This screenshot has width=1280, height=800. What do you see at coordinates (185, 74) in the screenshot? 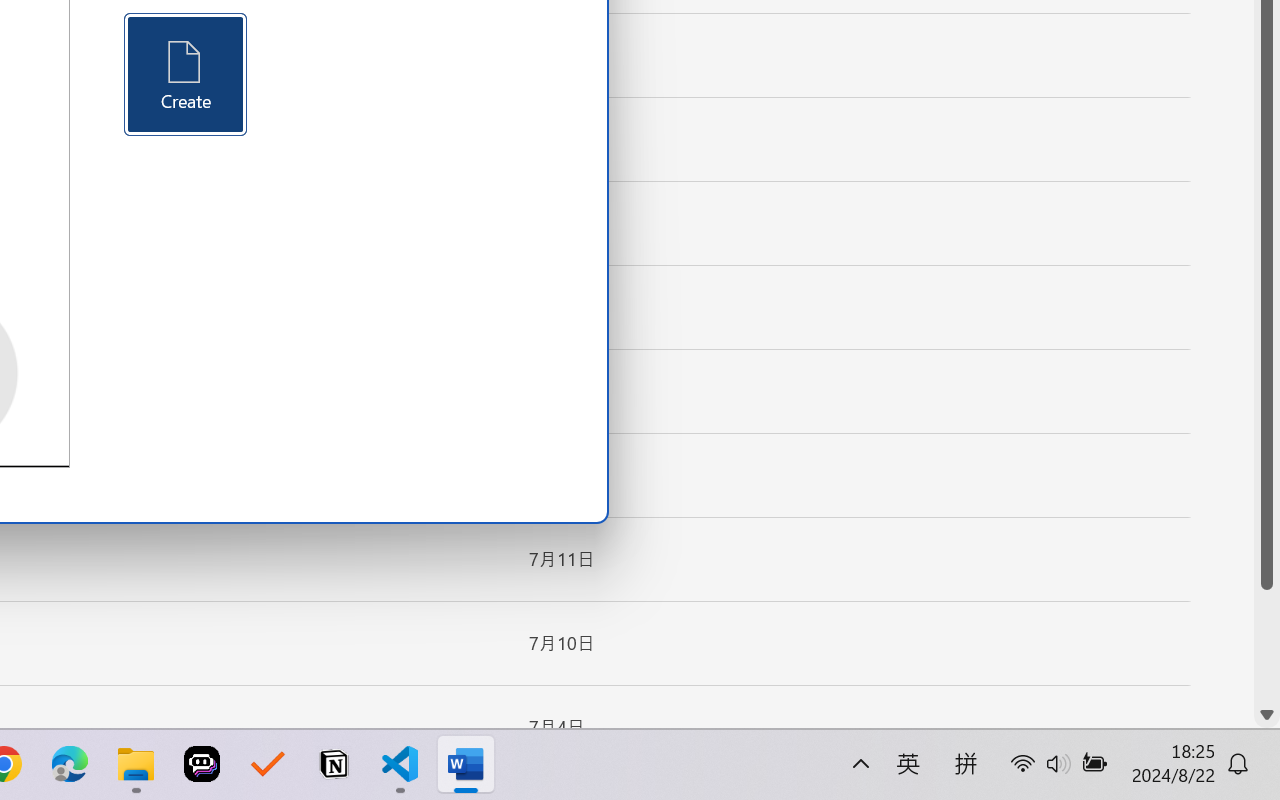
I see `'Create'` at bounding box center [185, 74].